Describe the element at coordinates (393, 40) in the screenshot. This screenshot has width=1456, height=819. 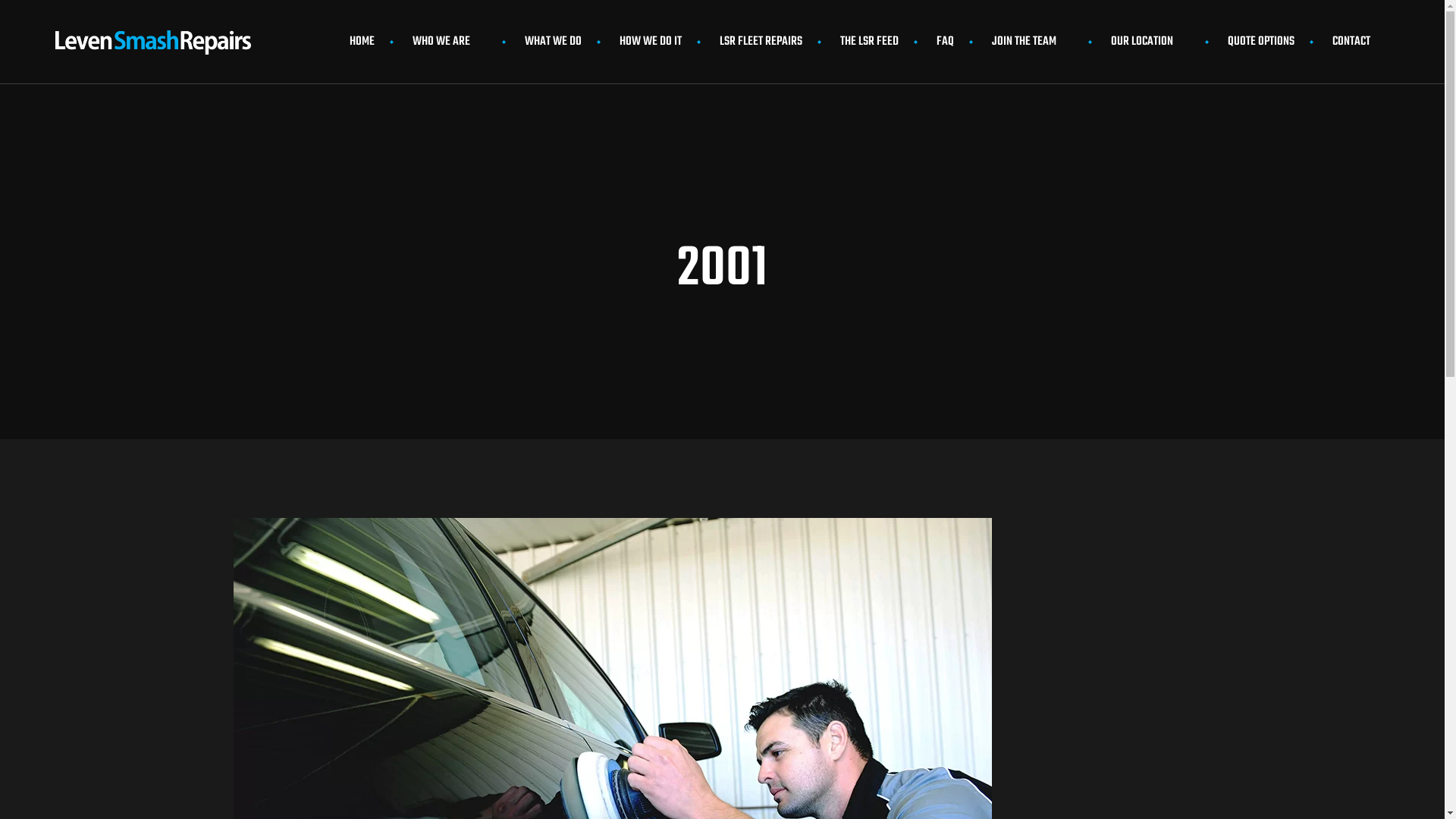
I see `'WHO WE ARE'` at that location.